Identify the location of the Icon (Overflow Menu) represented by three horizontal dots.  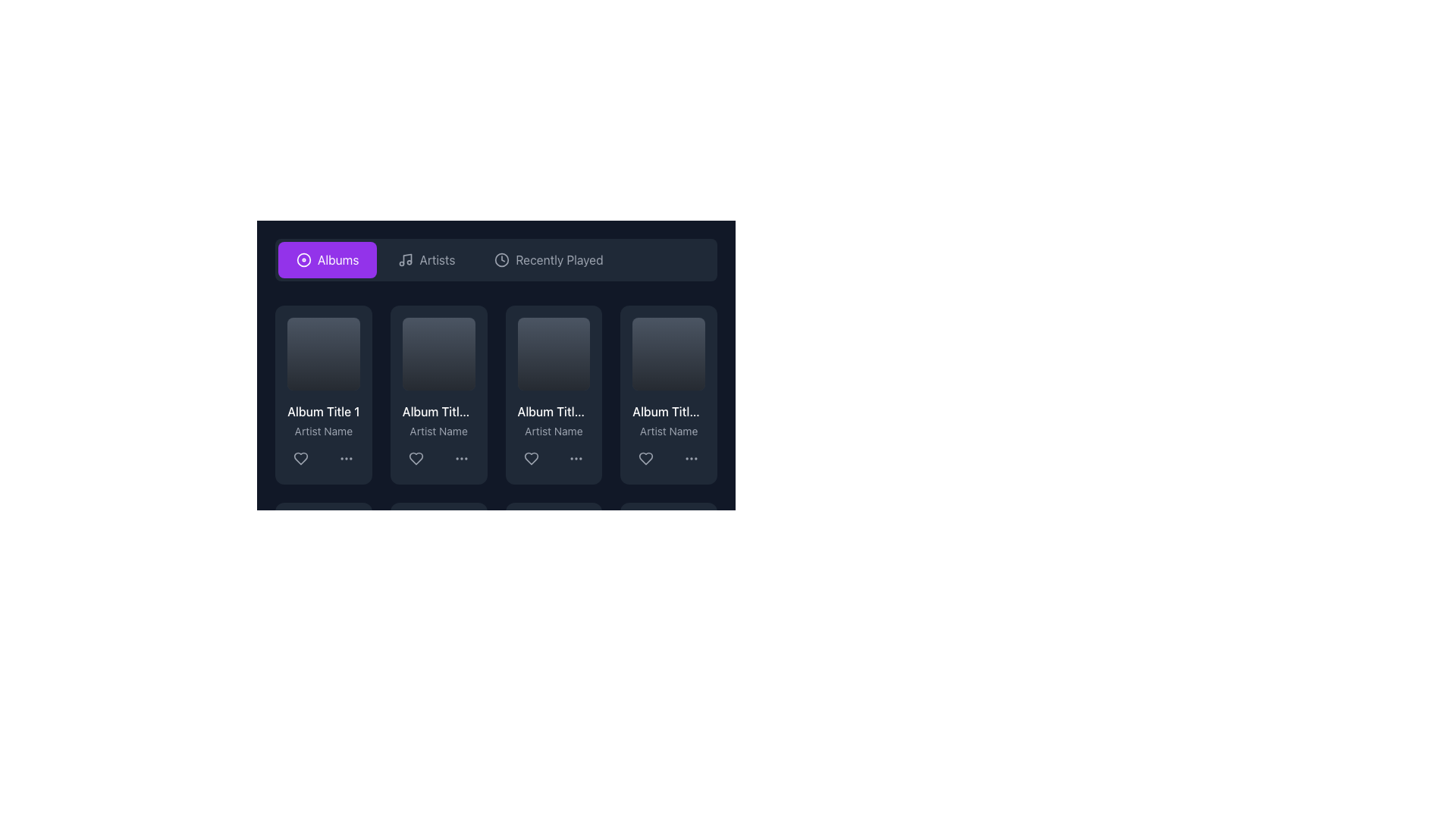
(576, 457).